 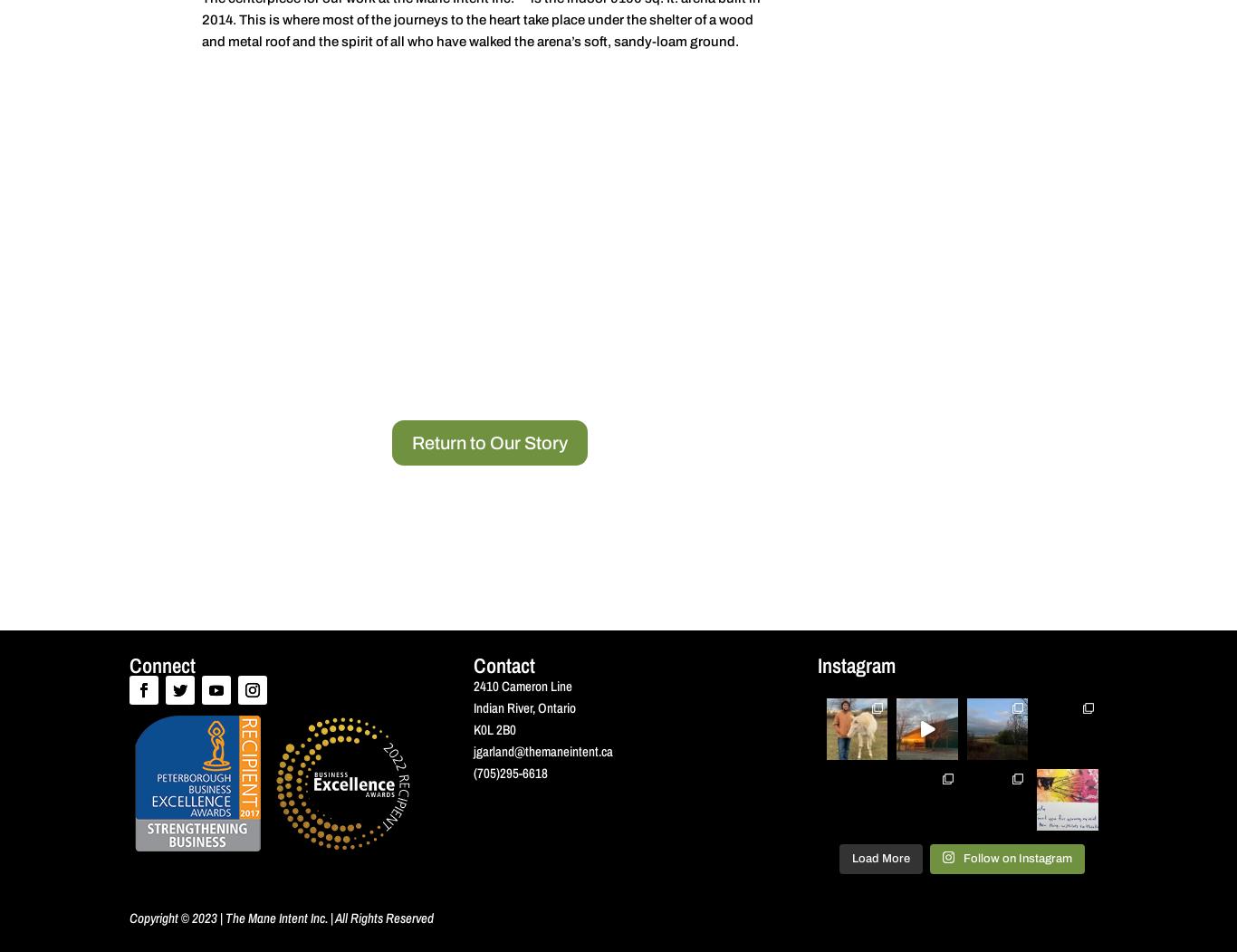 What do you see at coordinates (1016, 856) in the screenshot?
I see `'Follow on Instagram'` at bounding box center [1016, 856].